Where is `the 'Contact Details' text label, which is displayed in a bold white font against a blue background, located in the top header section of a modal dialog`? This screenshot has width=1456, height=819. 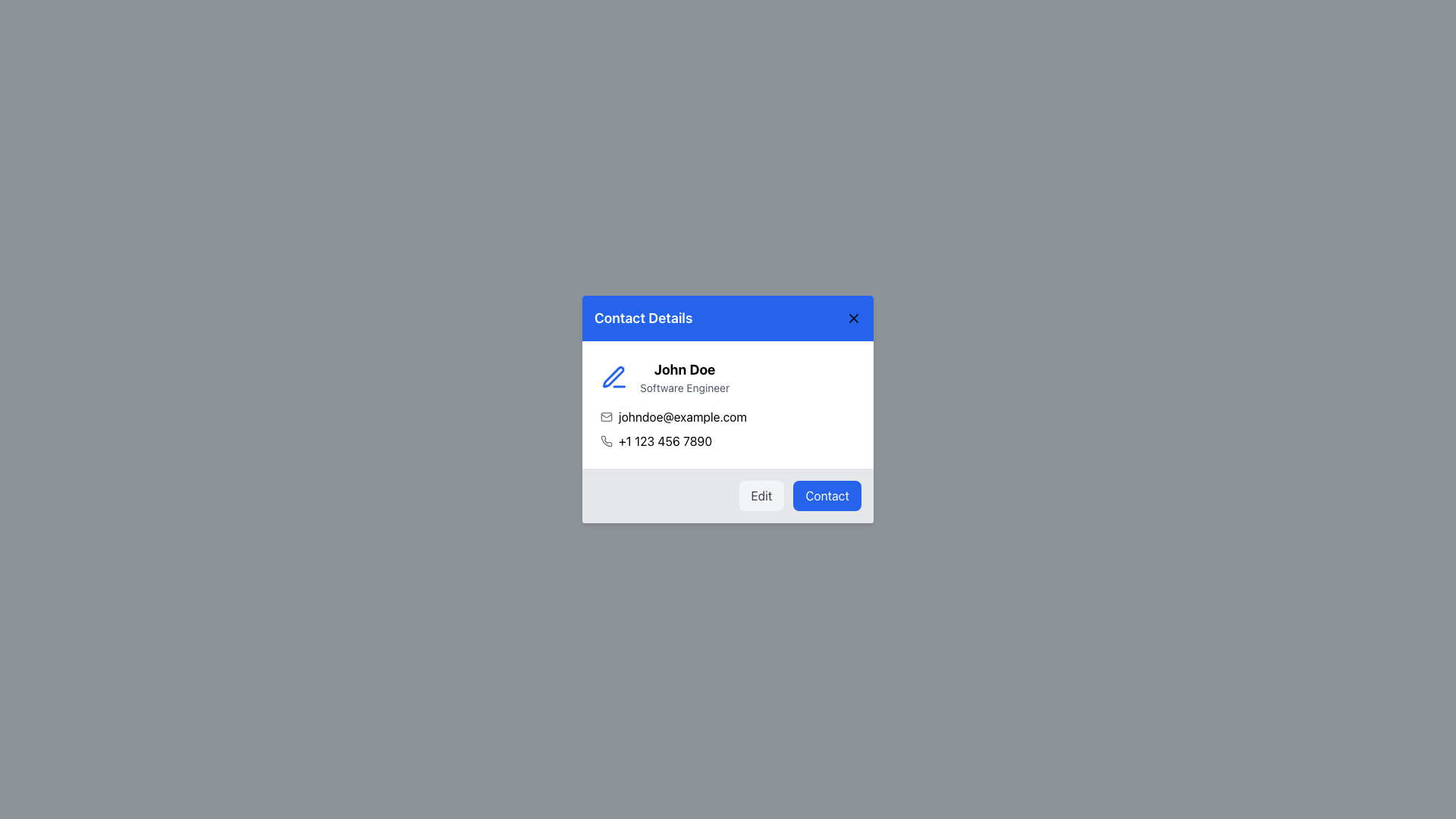
the 'Contact Details' text label, which is displayed in a bold white font against a blue background, located in the top header section of a modal dialog is located at coordinates (643, 318).